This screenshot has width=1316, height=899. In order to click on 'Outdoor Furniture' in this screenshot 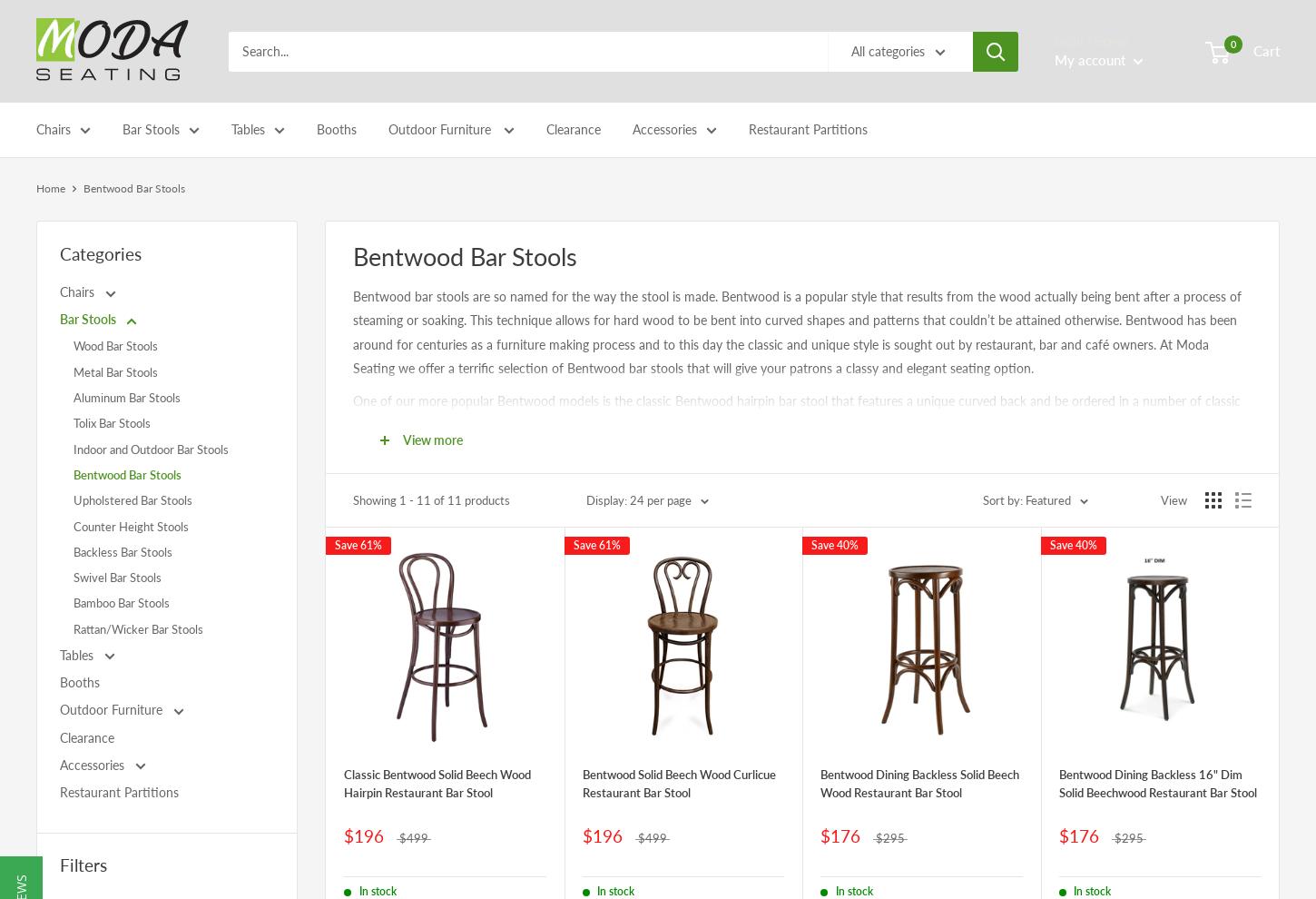, I will do `click(441, 128)`.